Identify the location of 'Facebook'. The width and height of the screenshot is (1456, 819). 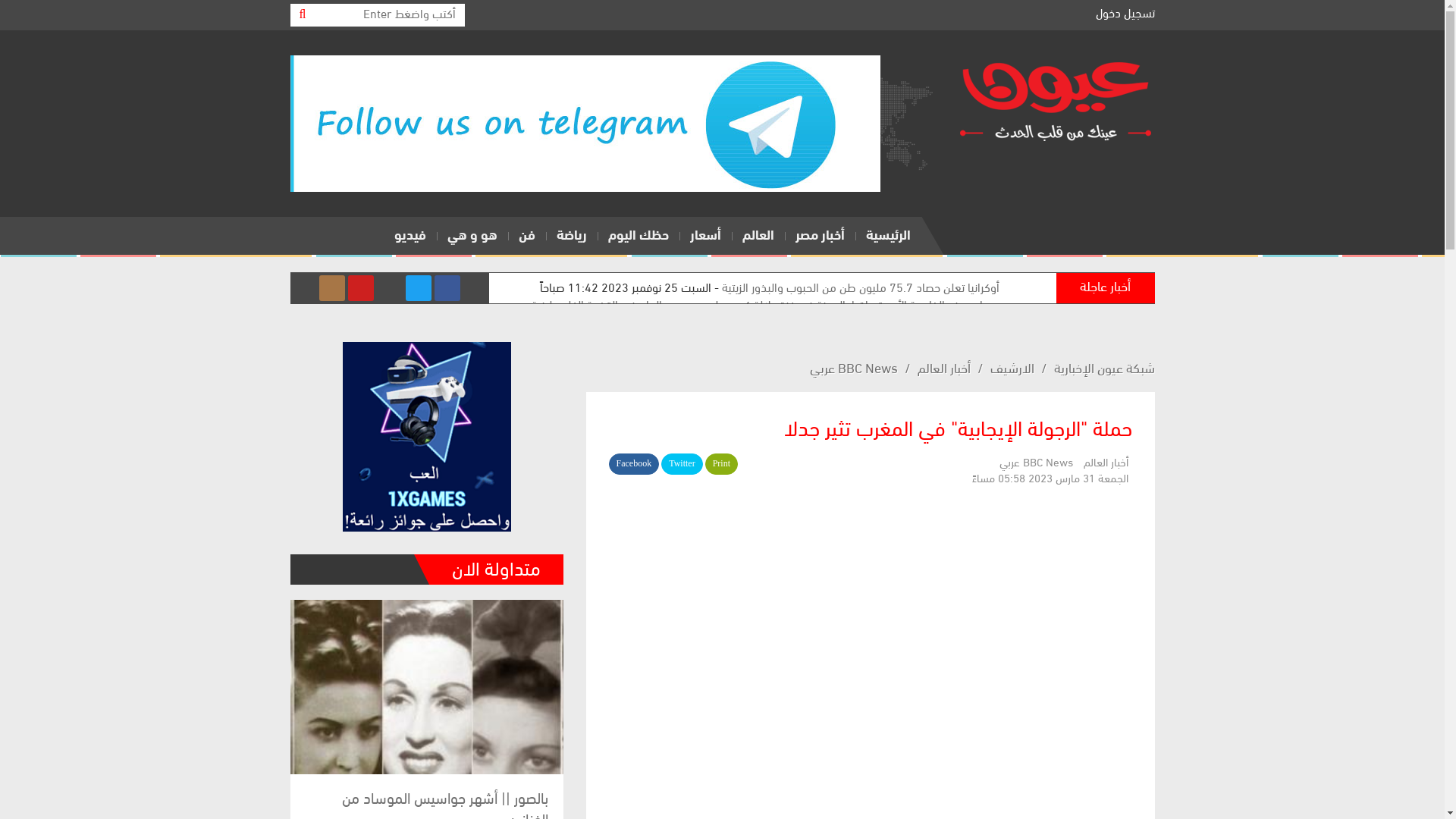
(633, 463).